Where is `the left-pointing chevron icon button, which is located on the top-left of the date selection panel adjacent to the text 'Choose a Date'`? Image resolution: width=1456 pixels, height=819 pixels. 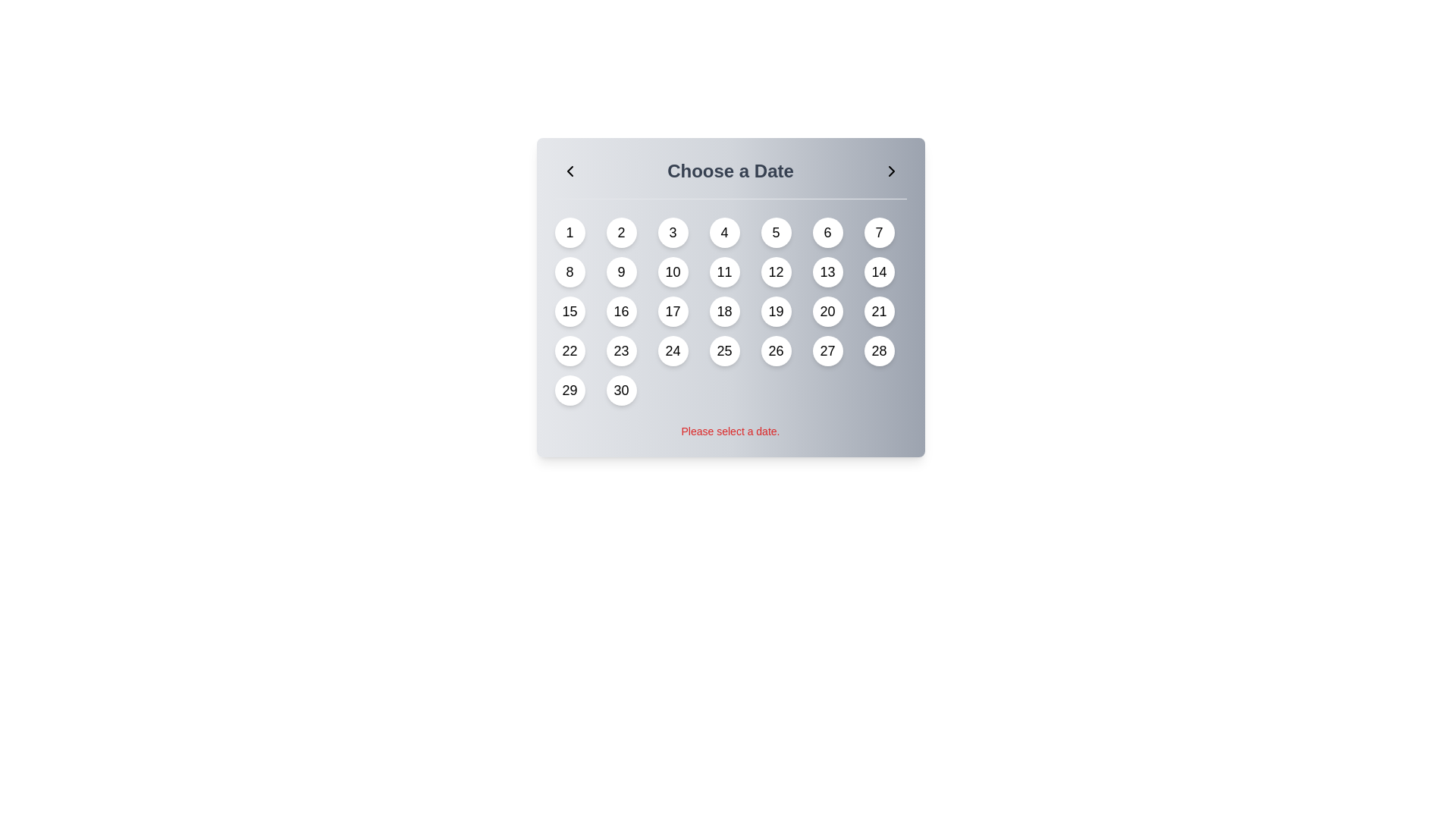
the left-pointing chevron icon button, which is located on the top-left of the date selection panel adjacent to the text 'Choose a Date' is located at coordinates (569, 171).